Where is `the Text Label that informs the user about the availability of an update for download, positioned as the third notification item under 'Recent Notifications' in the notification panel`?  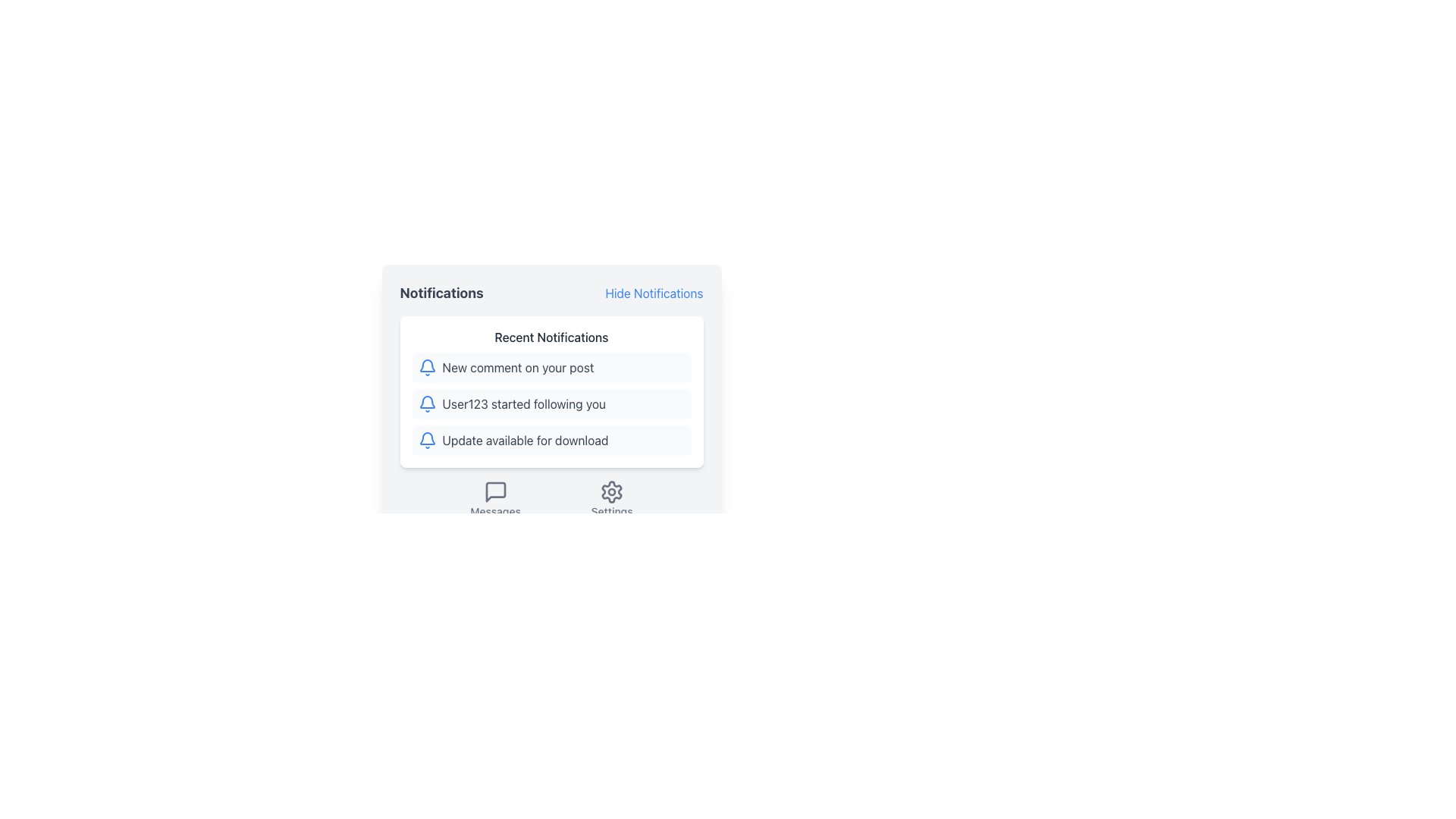
the Text Label that informs the user about the availability of an update for download, positioned as the third notification item under 'Recent Notifications' in the notification panel is located at coordinates (525, 441).